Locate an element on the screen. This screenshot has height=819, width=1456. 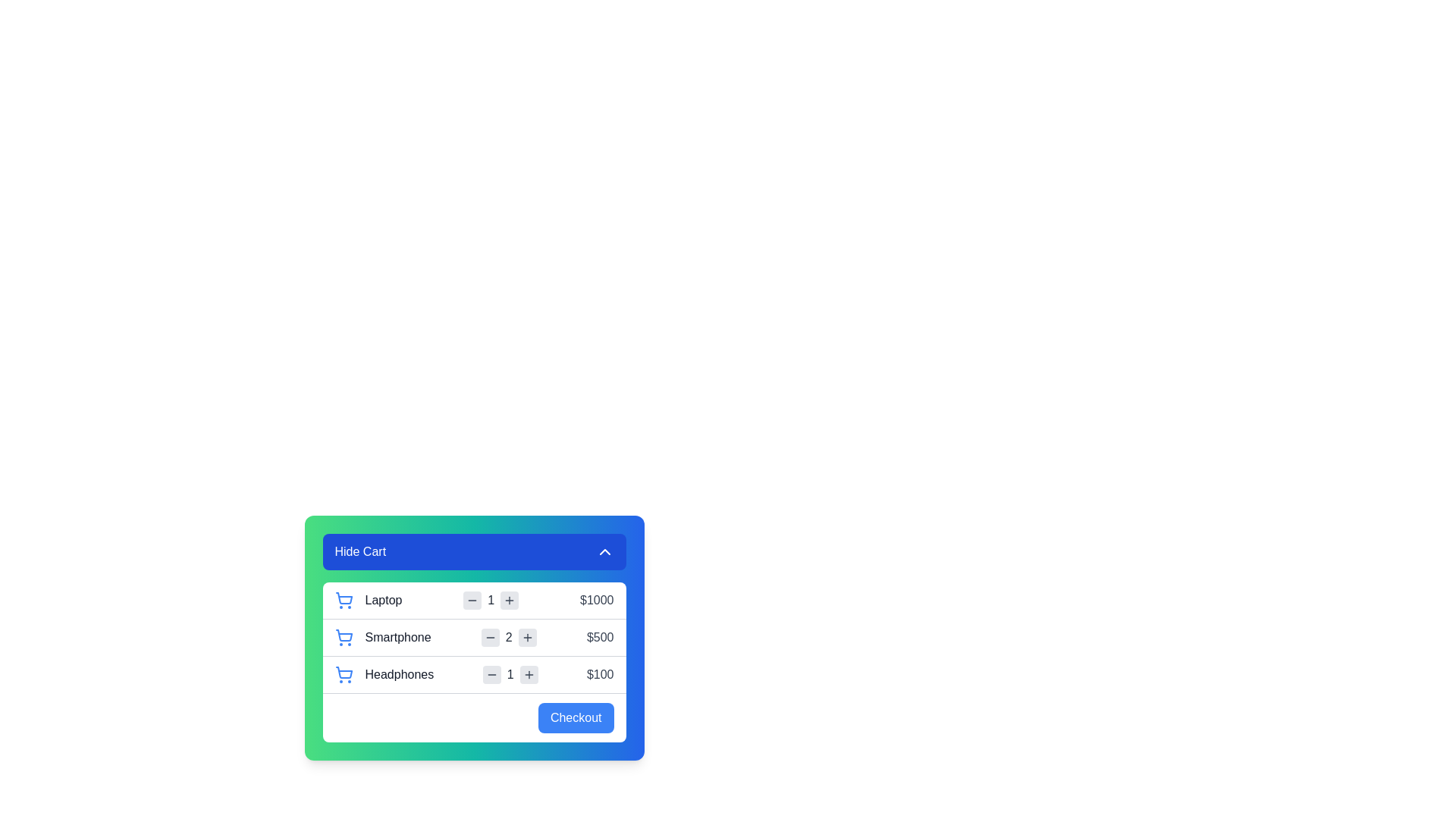
the increment button located to the immediate right of the current quantity indicator ('1') is located at coordinates (510, 599).